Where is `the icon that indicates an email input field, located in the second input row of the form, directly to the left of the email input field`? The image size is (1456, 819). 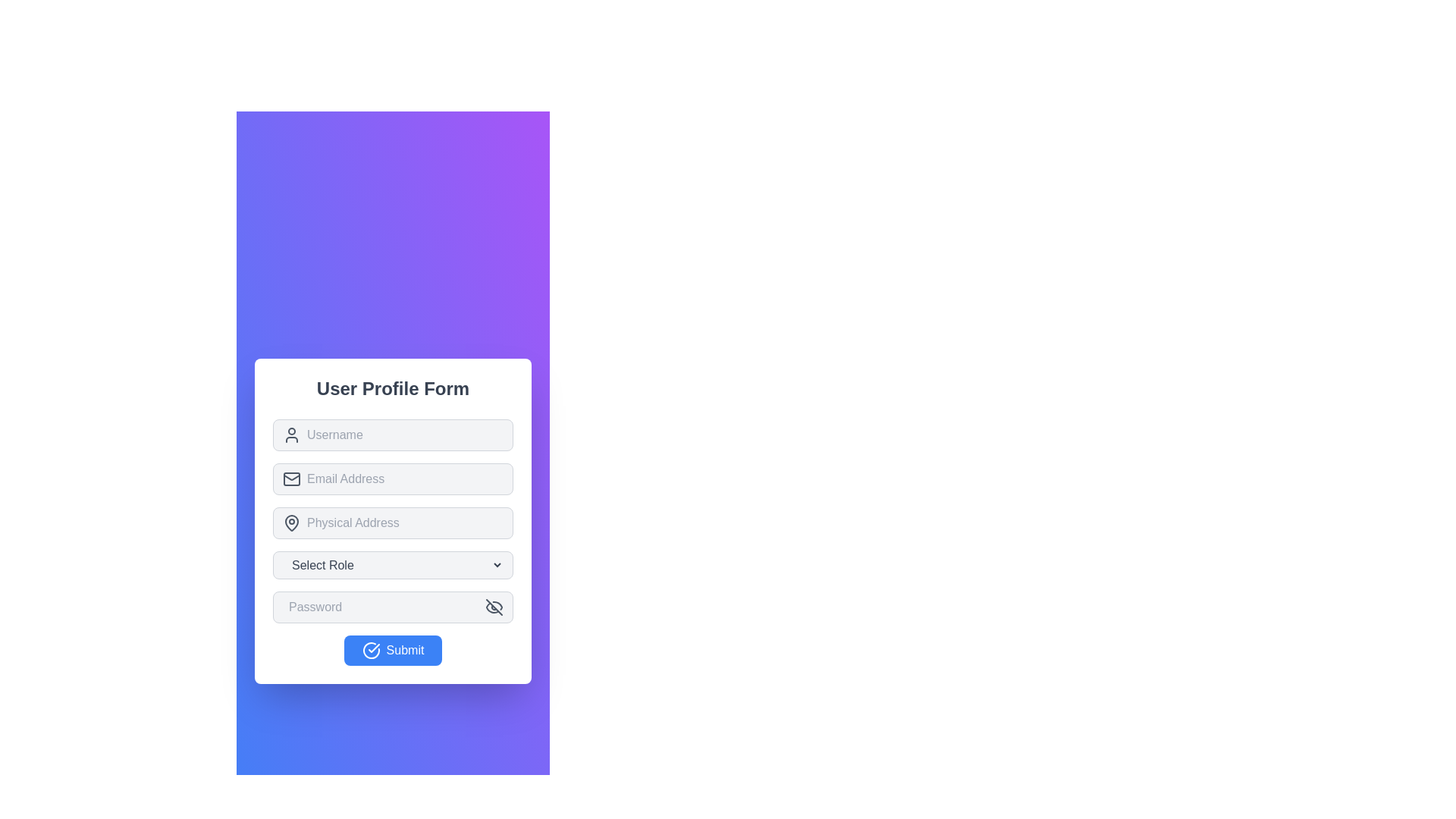 the icon that indicates an email input field, located in the second input row of the form, directly to the left of the email input field is located at coordinates (291, 479).